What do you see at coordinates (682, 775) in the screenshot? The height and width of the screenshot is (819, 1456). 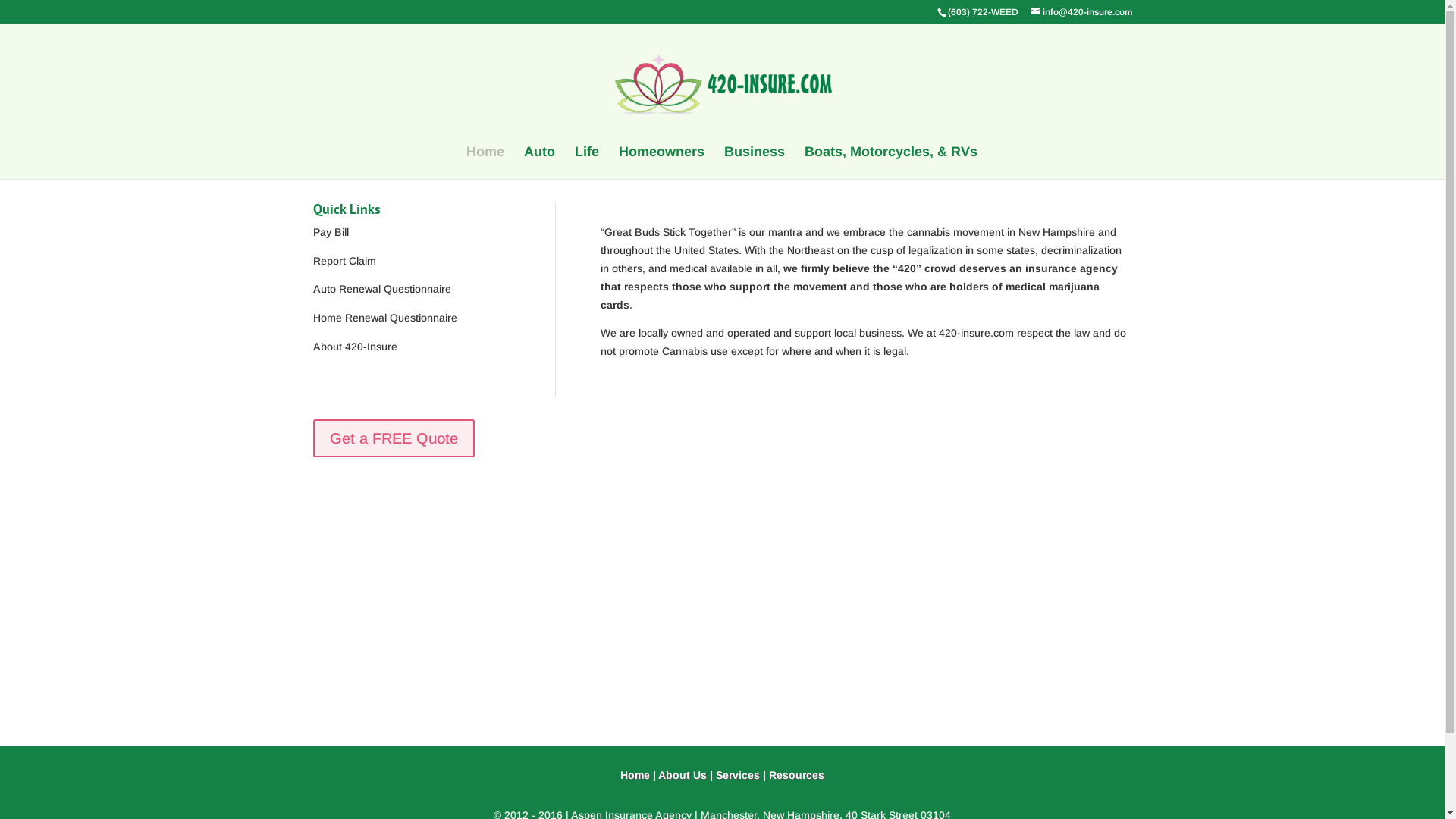 I see `'About Us'` at bounding box center [682, 775].